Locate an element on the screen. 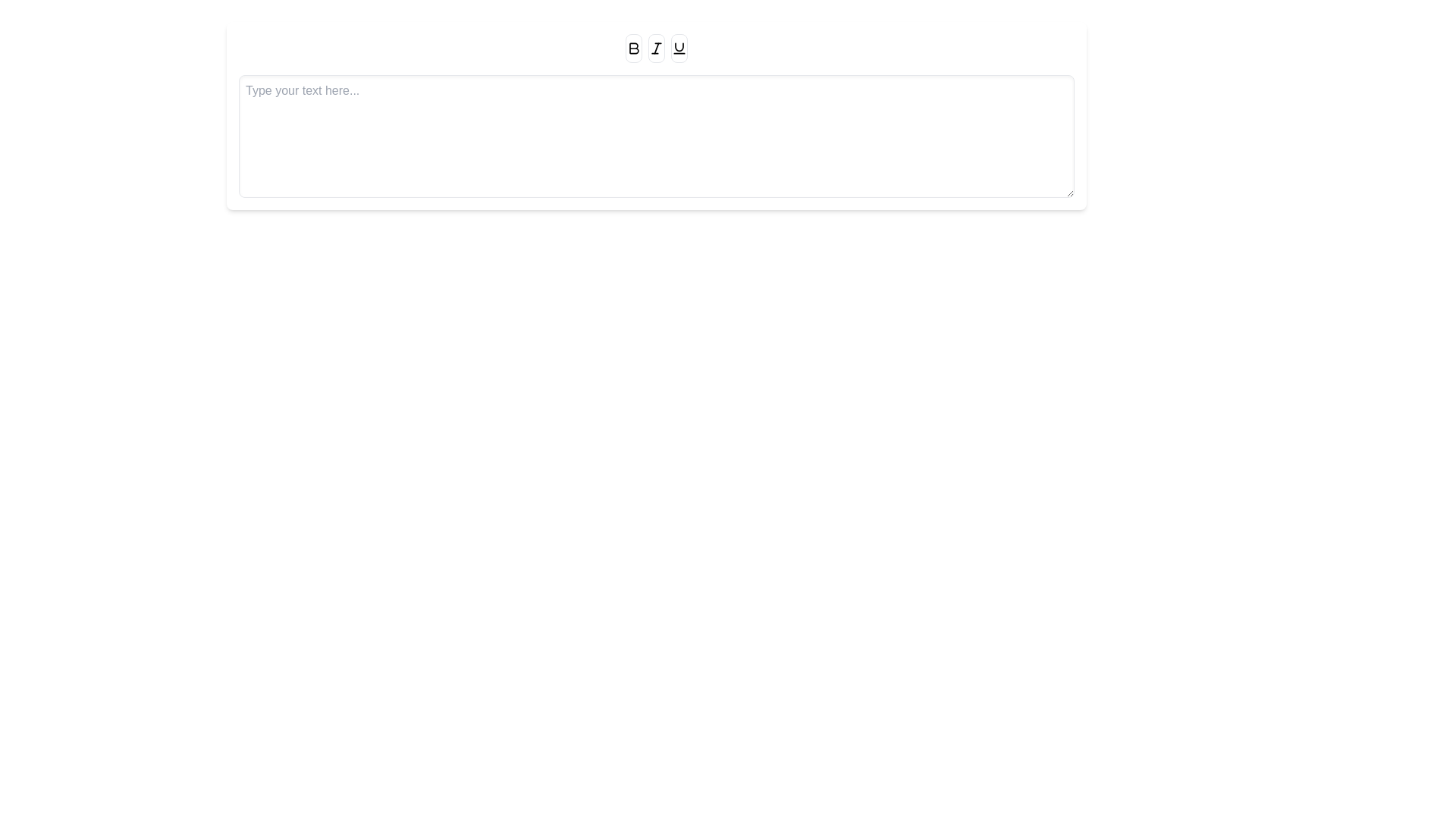 This screenshot has height=819, width=1456. the button with an underlined 'U' icon, which is the third button in a horizontal sequence of buttons, to observe the tooltip or visual feedback is located at coordinates (679, 48).